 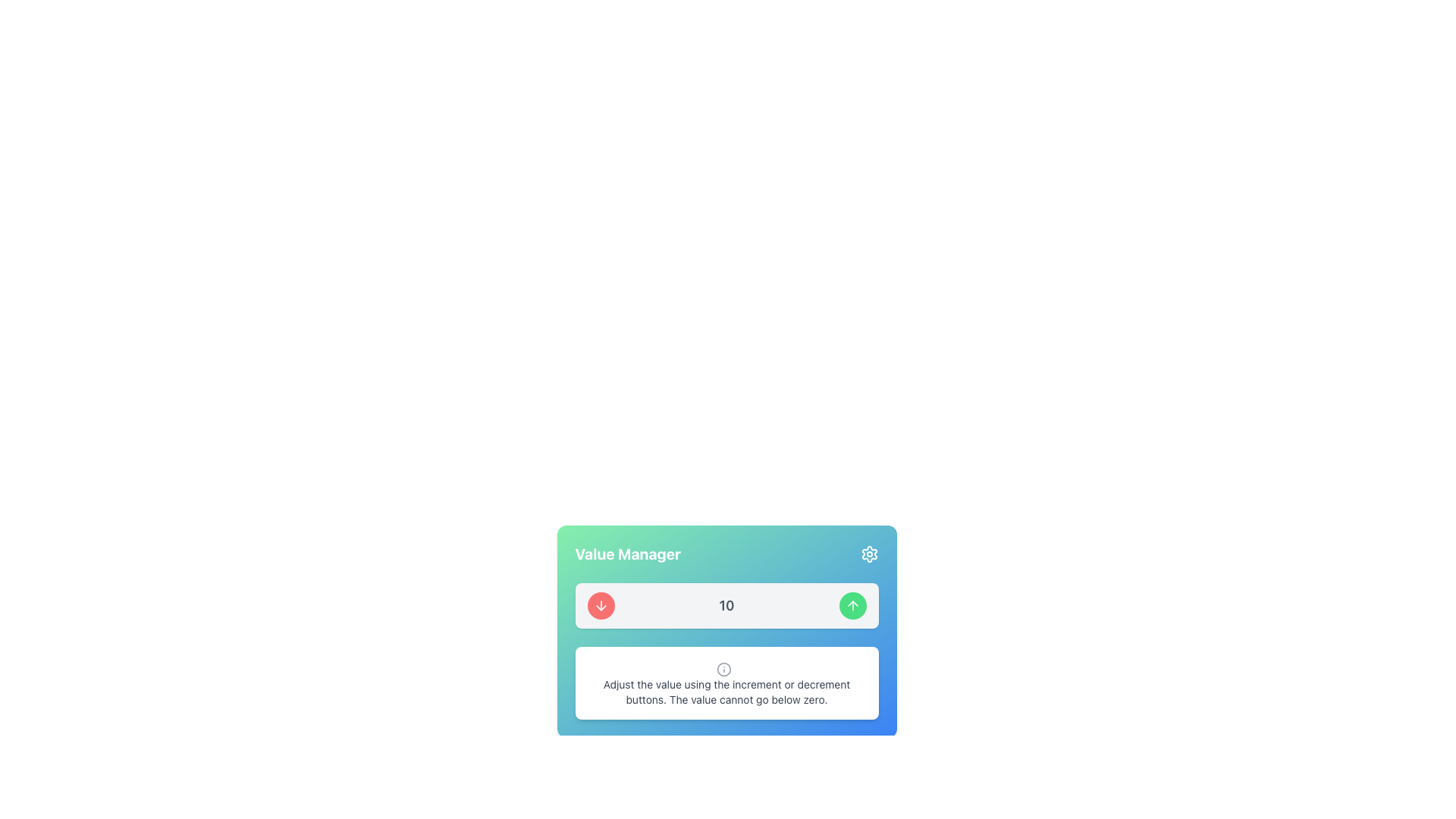 What do you see at coordinates (852, 604) in the screenshot?
I see `the small upward arrow icon within the green circular button on the right side of the horizontal strip containing the number '10' in the 'Value Manager' widget to increment the value` at bounding box center [852, 604].